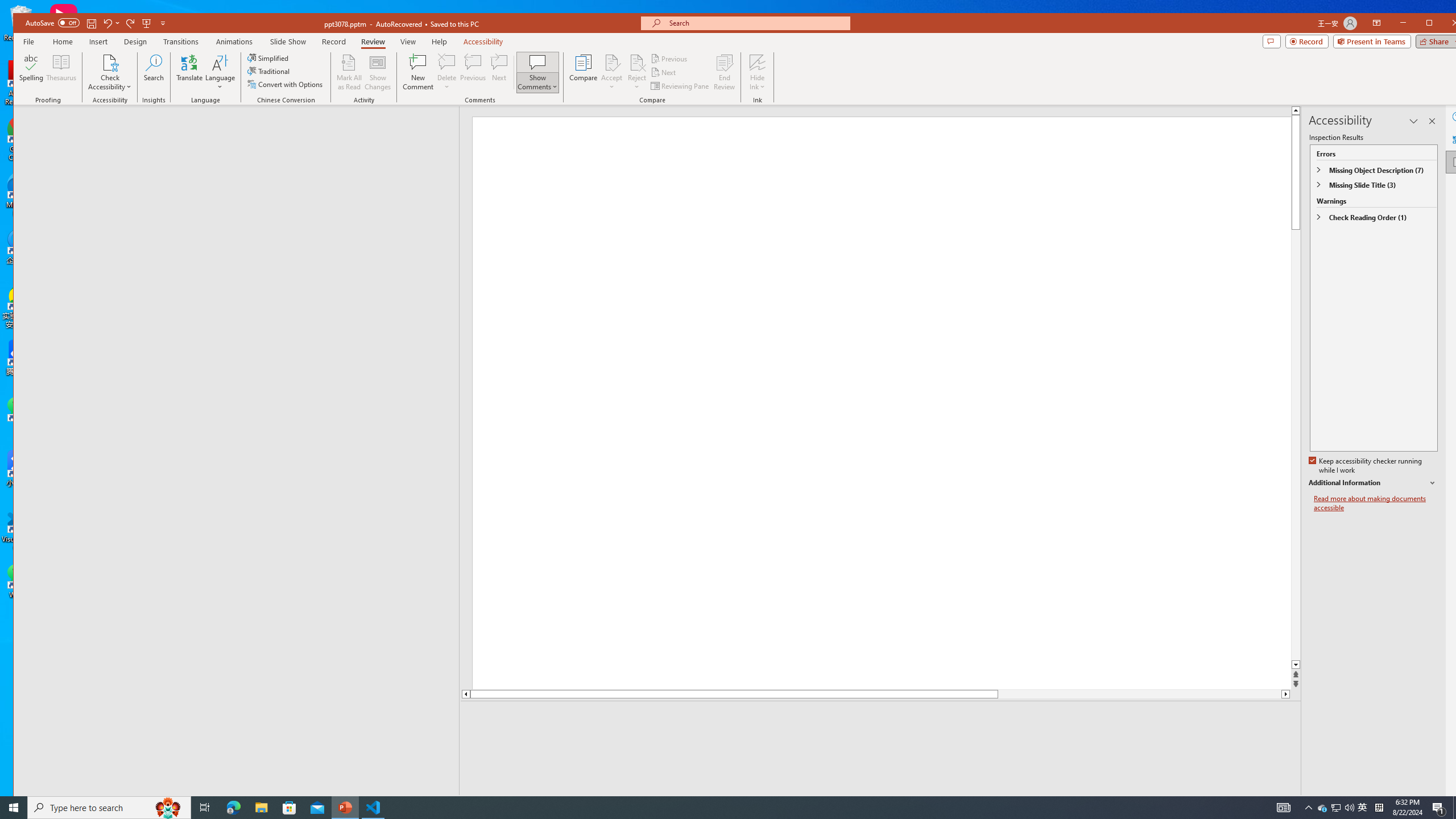  What do you see at coordinates (612, 72) in the screenshot?
I see `'Accept'` at bounding box center [612, 72].